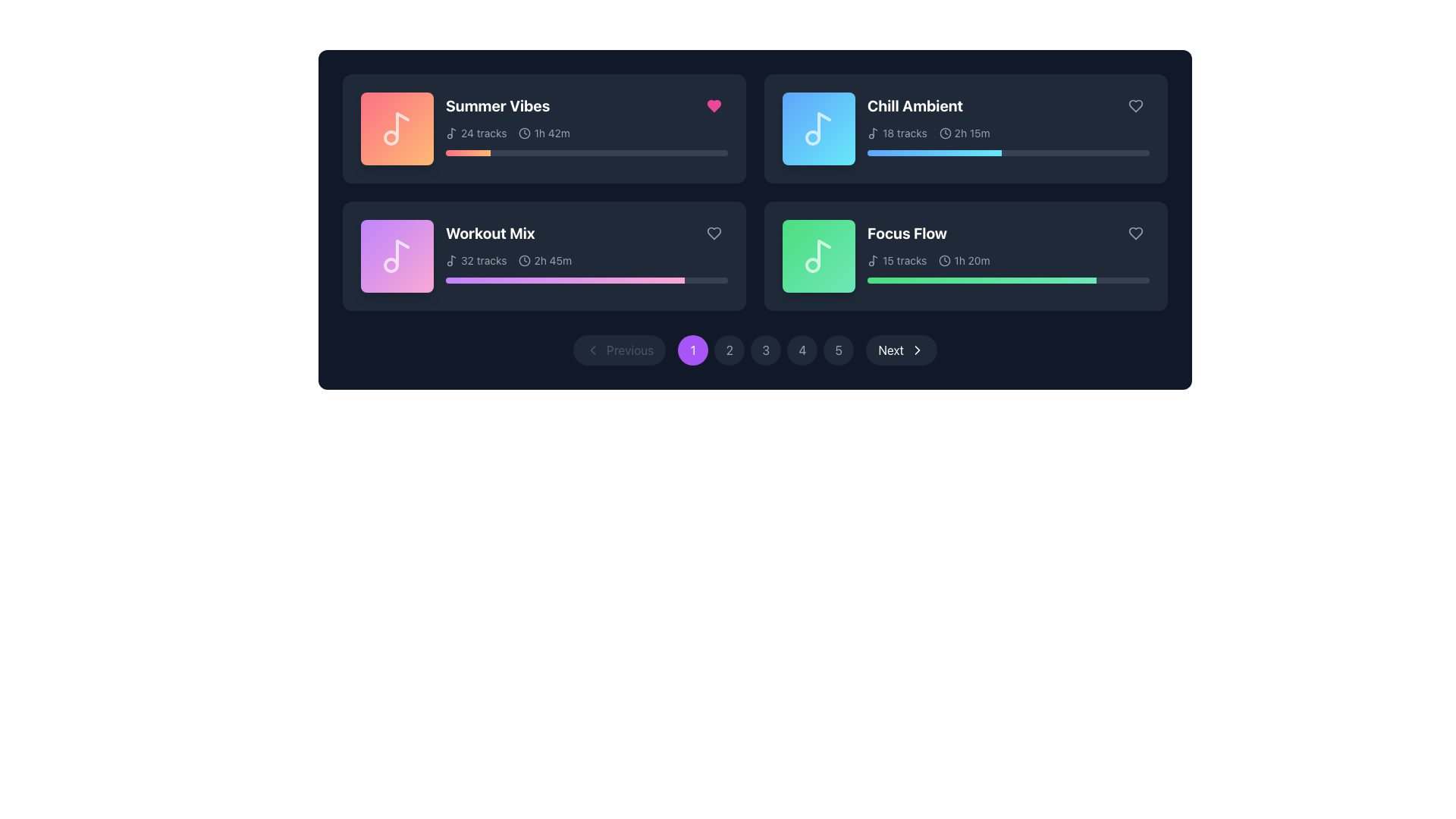  I want to click on the right-facing chevron icon which serves as a navigation indicator, so click(916, 350).